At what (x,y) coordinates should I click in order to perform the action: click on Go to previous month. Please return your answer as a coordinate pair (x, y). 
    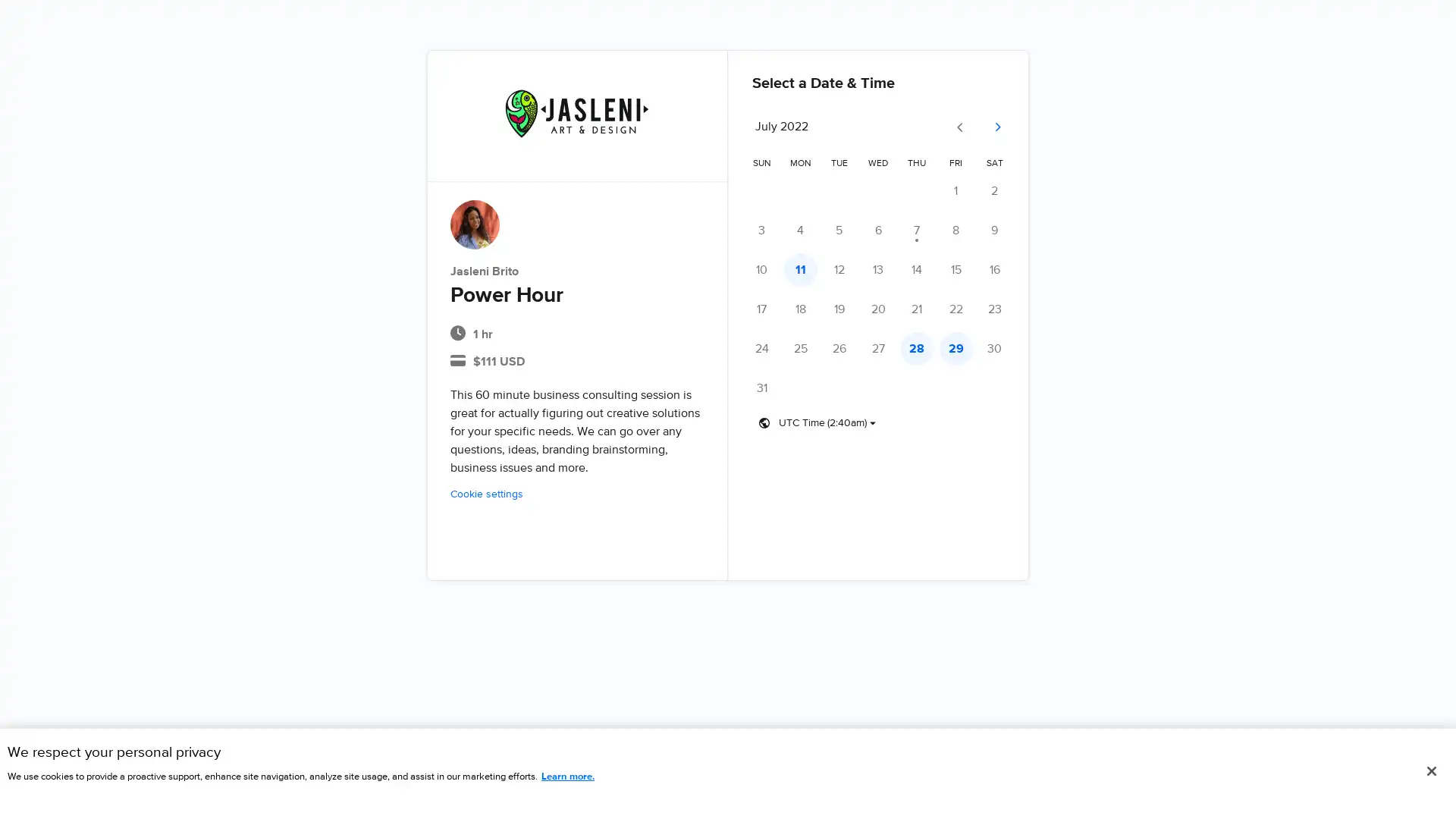
    Looking at the image, I should click on (961, 127).